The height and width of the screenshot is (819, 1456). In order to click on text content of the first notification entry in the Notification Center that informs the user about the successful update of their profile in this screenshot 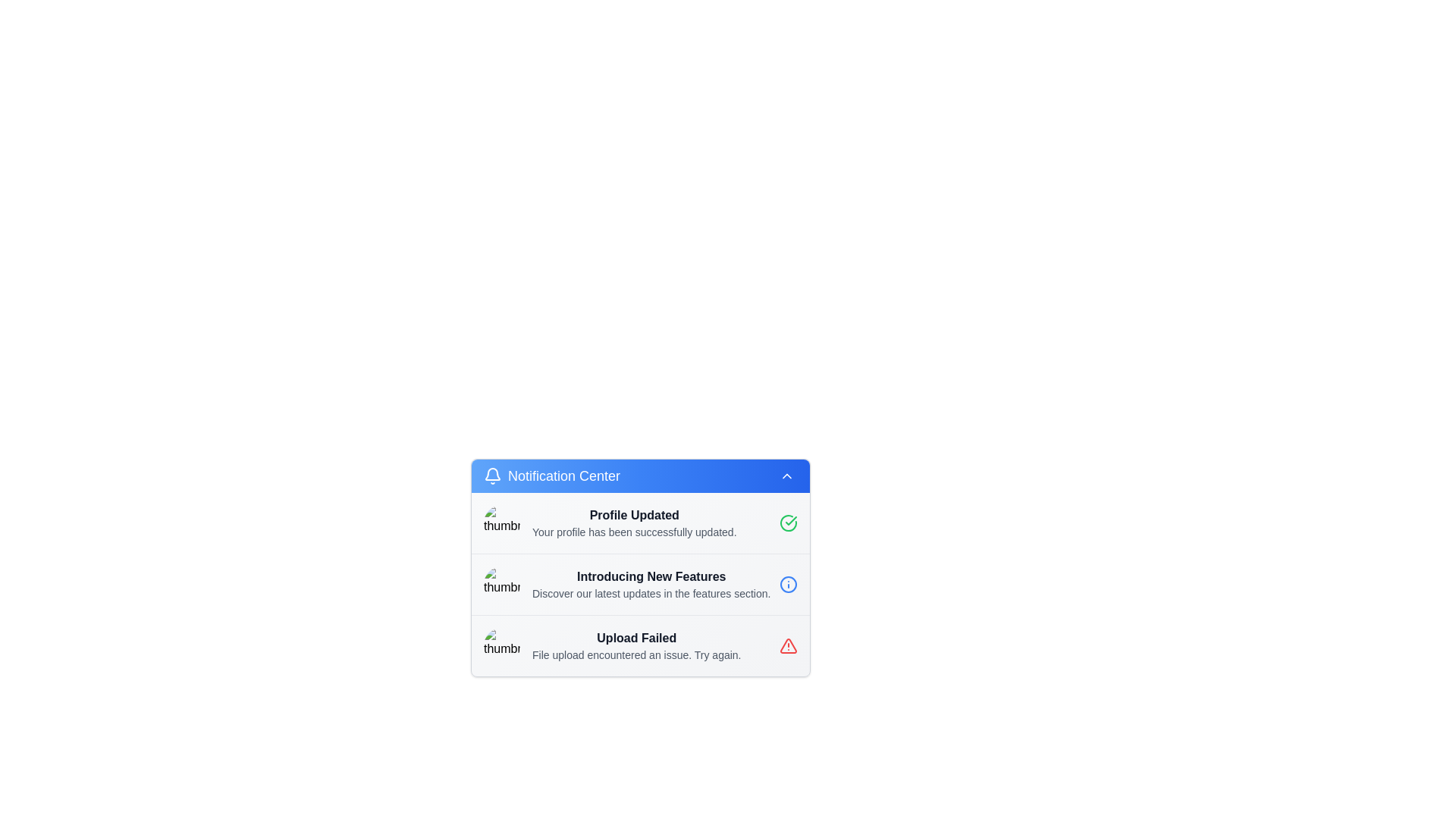, I will do `click(640, 522)`.